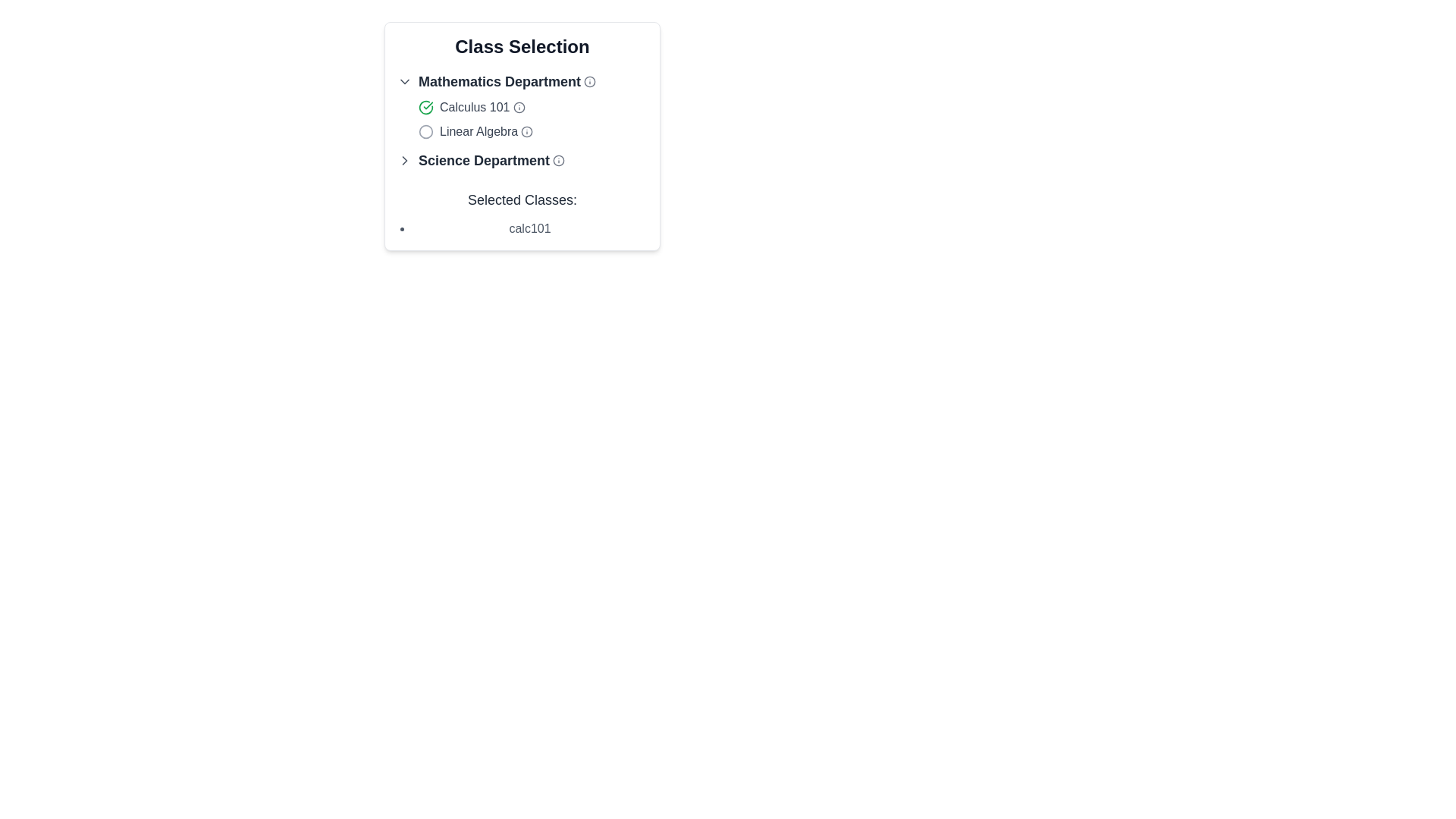  Describe the element at coordinates (483, 161) in the screenshot. I see `the 'Science Department' label, which is styled with a bold font, dark grayish color, and is located under the 'Mathematics Department' section` at that location.